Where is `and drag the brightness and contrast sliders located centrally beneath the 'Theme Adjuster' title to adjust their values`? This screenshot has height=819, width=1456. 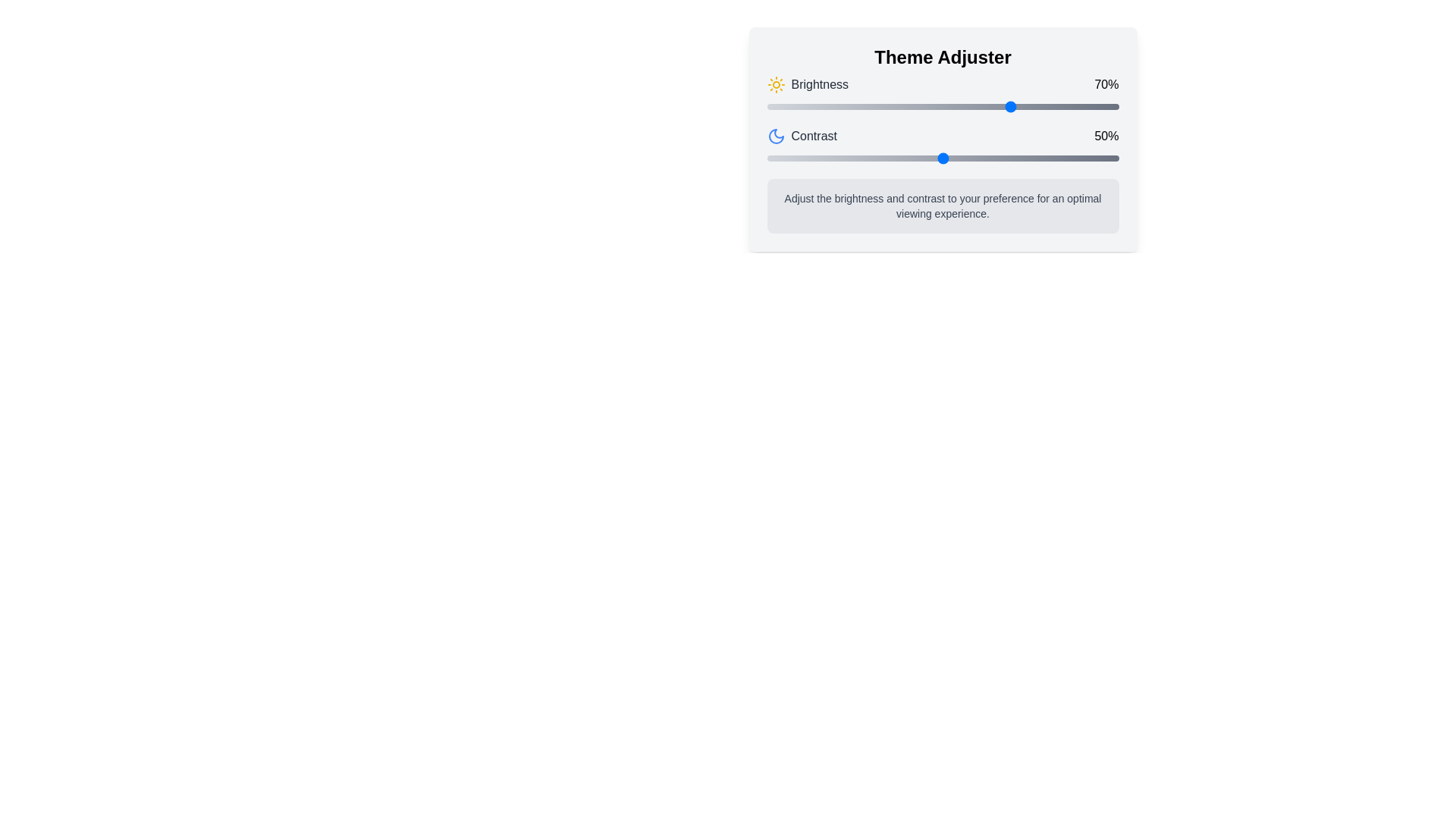 and drag the brightness and contrast sliders located centrally beneath the 'Theme Adjuster' title to adjust their values is located at coordinates (942, 120).